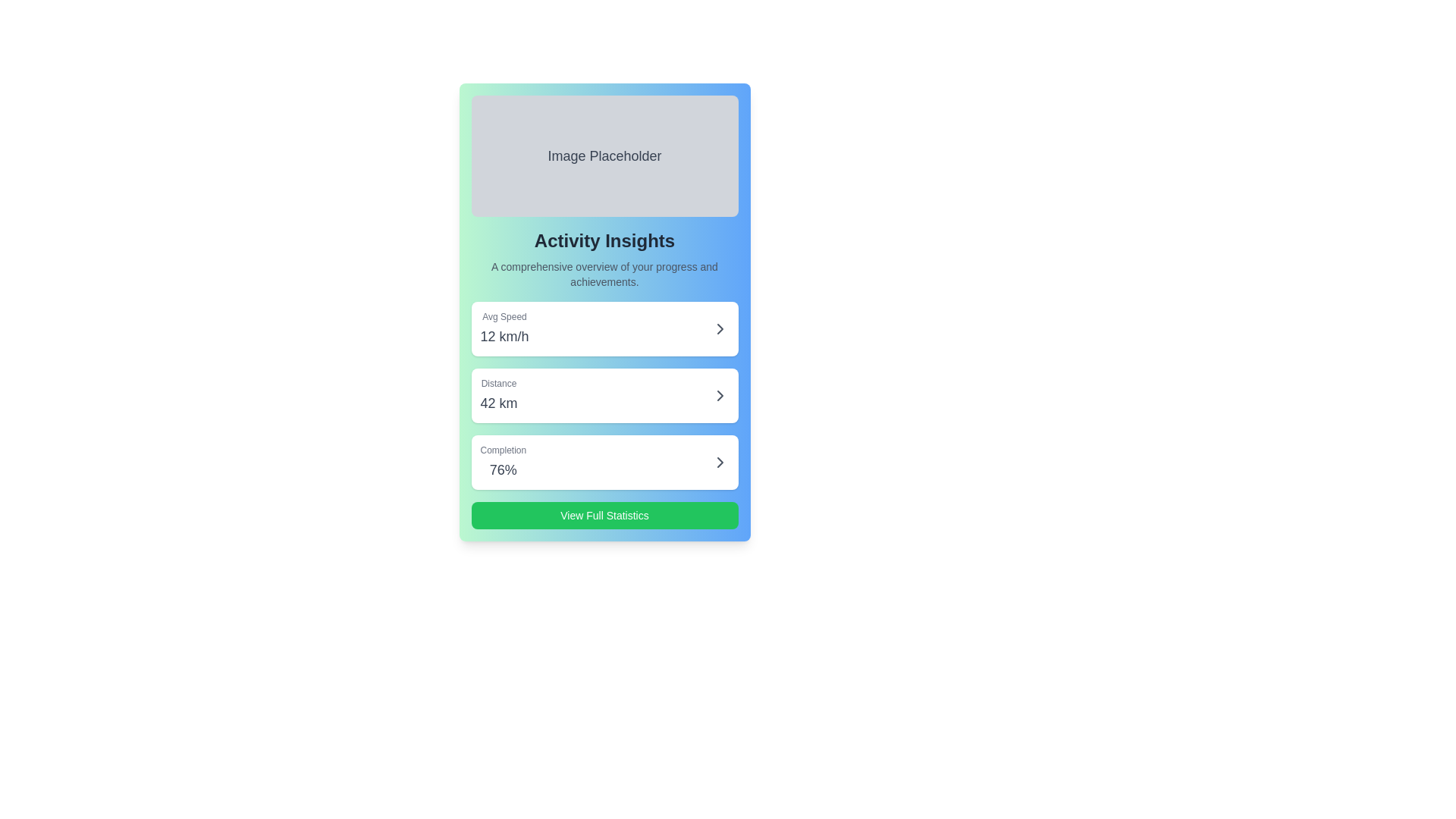 The image size is (1456, 819). Describe the element at coordinates (504, 328) in the screenshot. I see `text display showing 'Avg Speed' and '12 km/h' located in the topmost white card beneath 'Activity Insights'` at that location.